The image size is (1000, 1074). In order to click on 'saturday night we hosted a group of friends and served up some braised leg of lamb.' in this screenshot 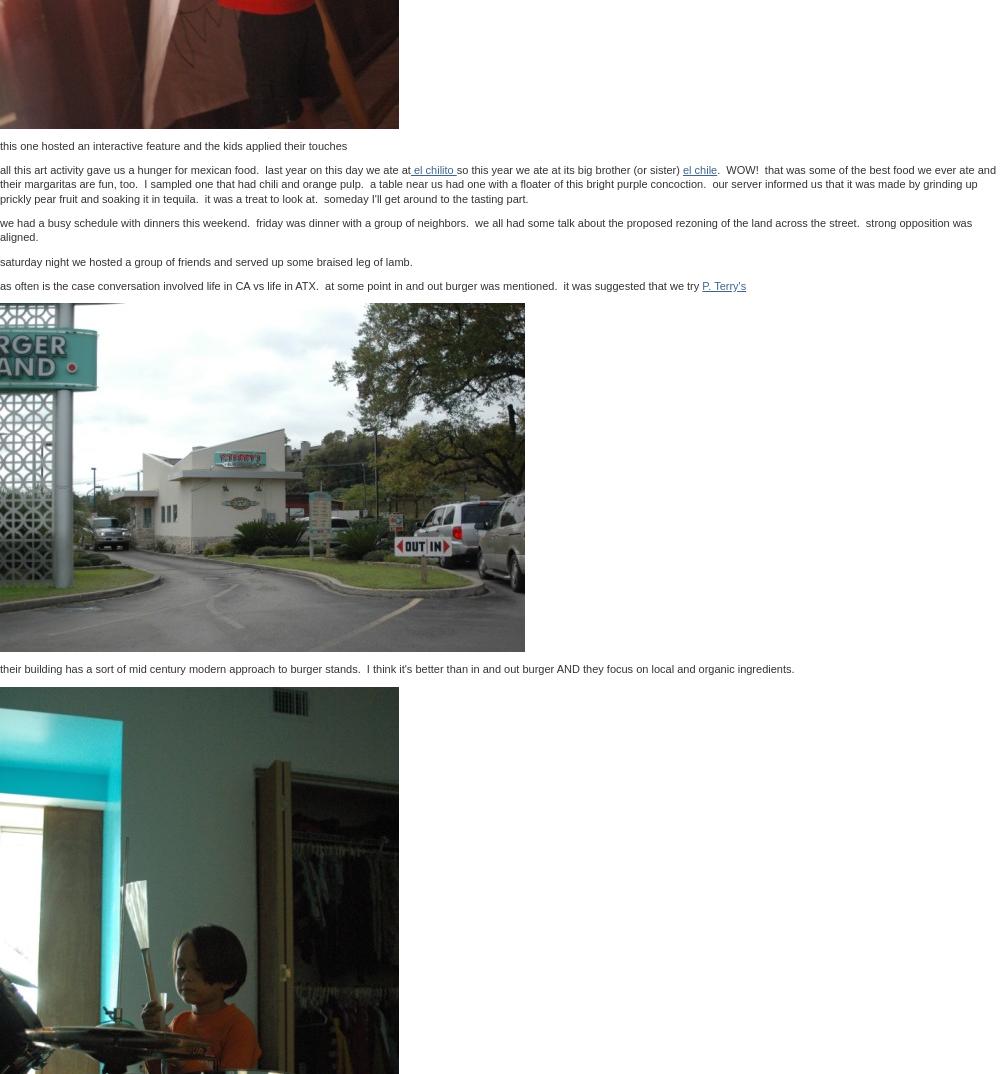, I will do `click(205, 259)`.